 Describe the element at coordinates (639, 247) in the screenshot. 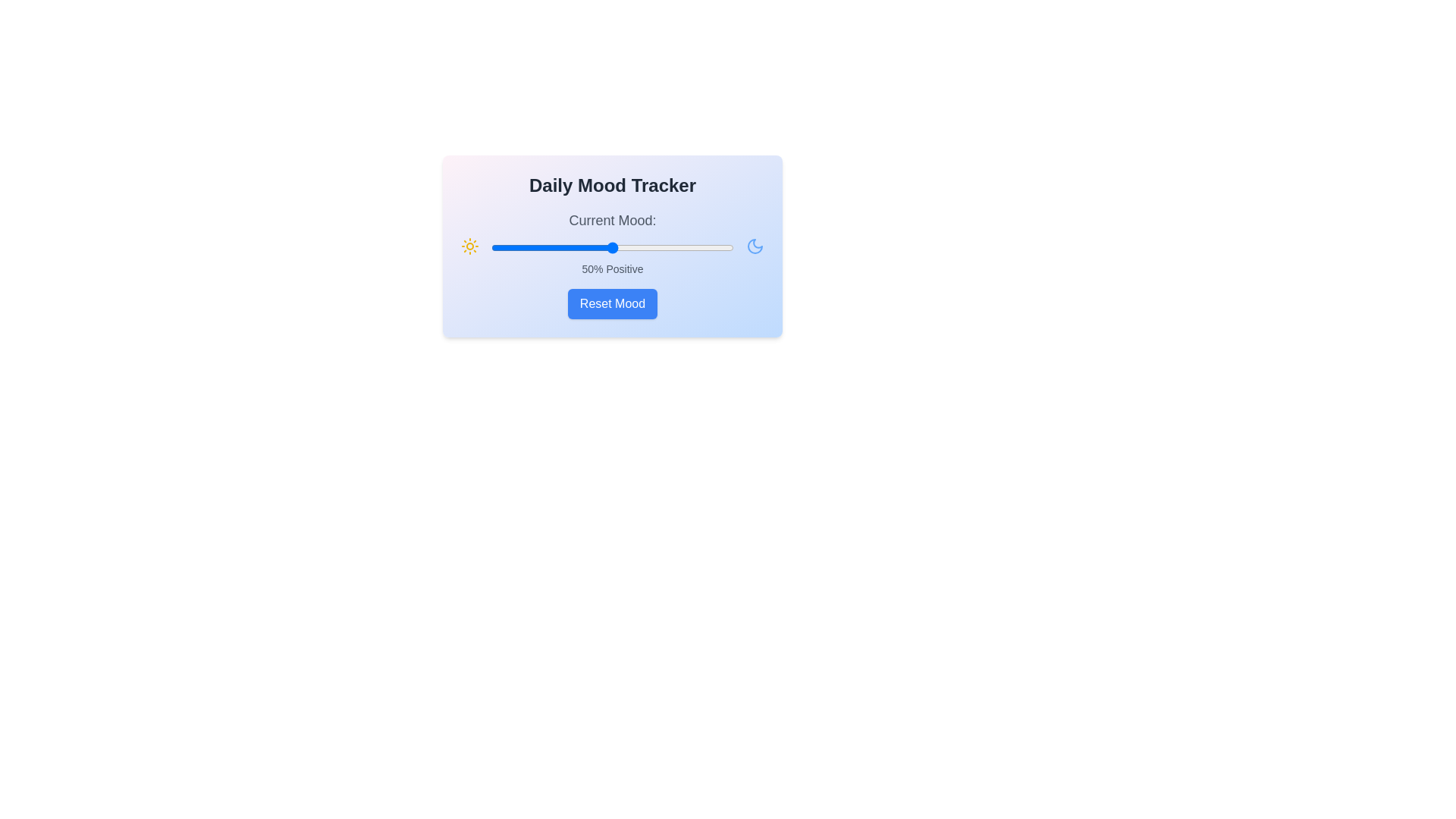

I see `the mood percentage` at that location.